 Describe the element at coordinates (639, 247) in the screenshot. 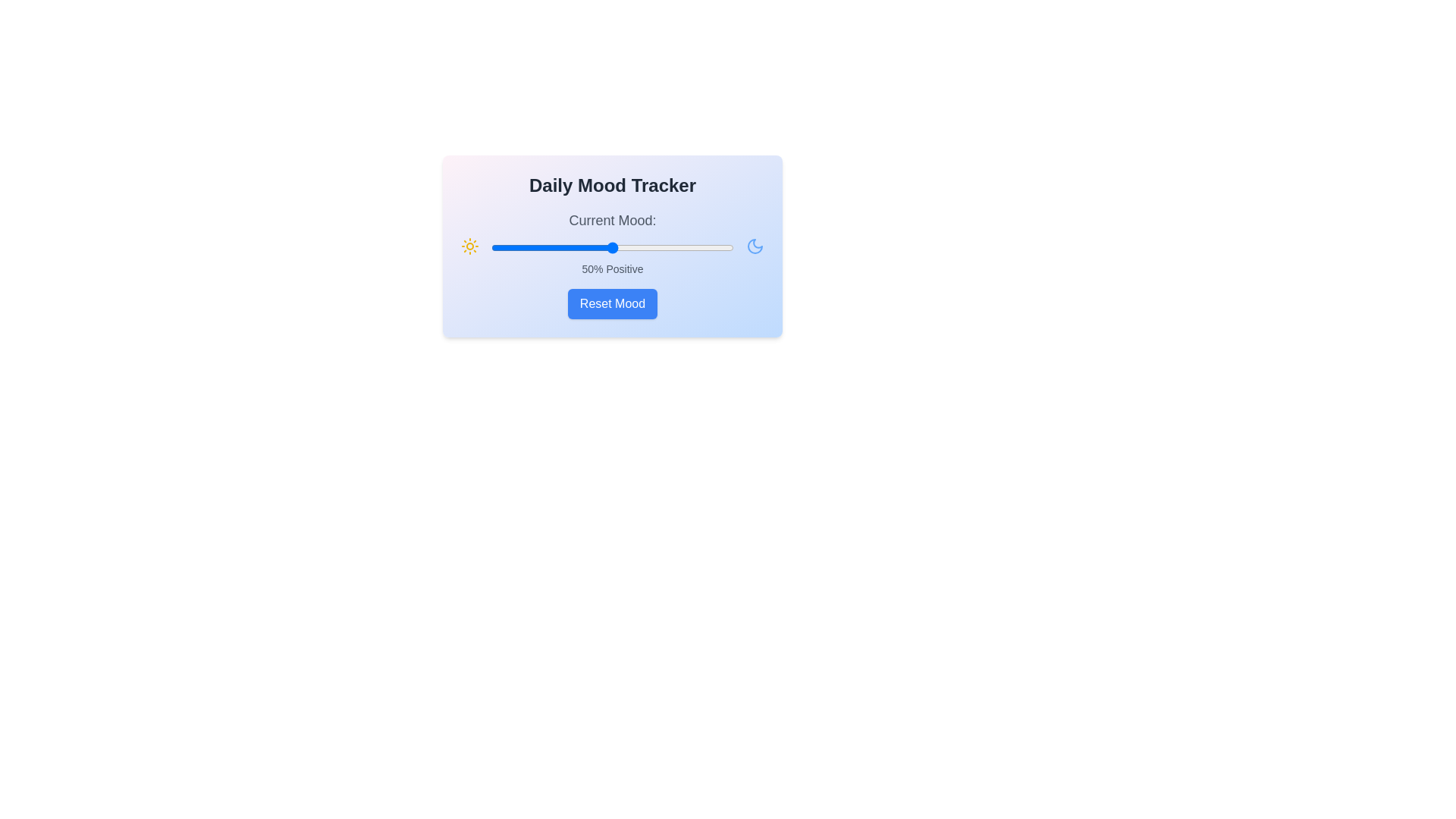

I see `the mood percentage` at that location.